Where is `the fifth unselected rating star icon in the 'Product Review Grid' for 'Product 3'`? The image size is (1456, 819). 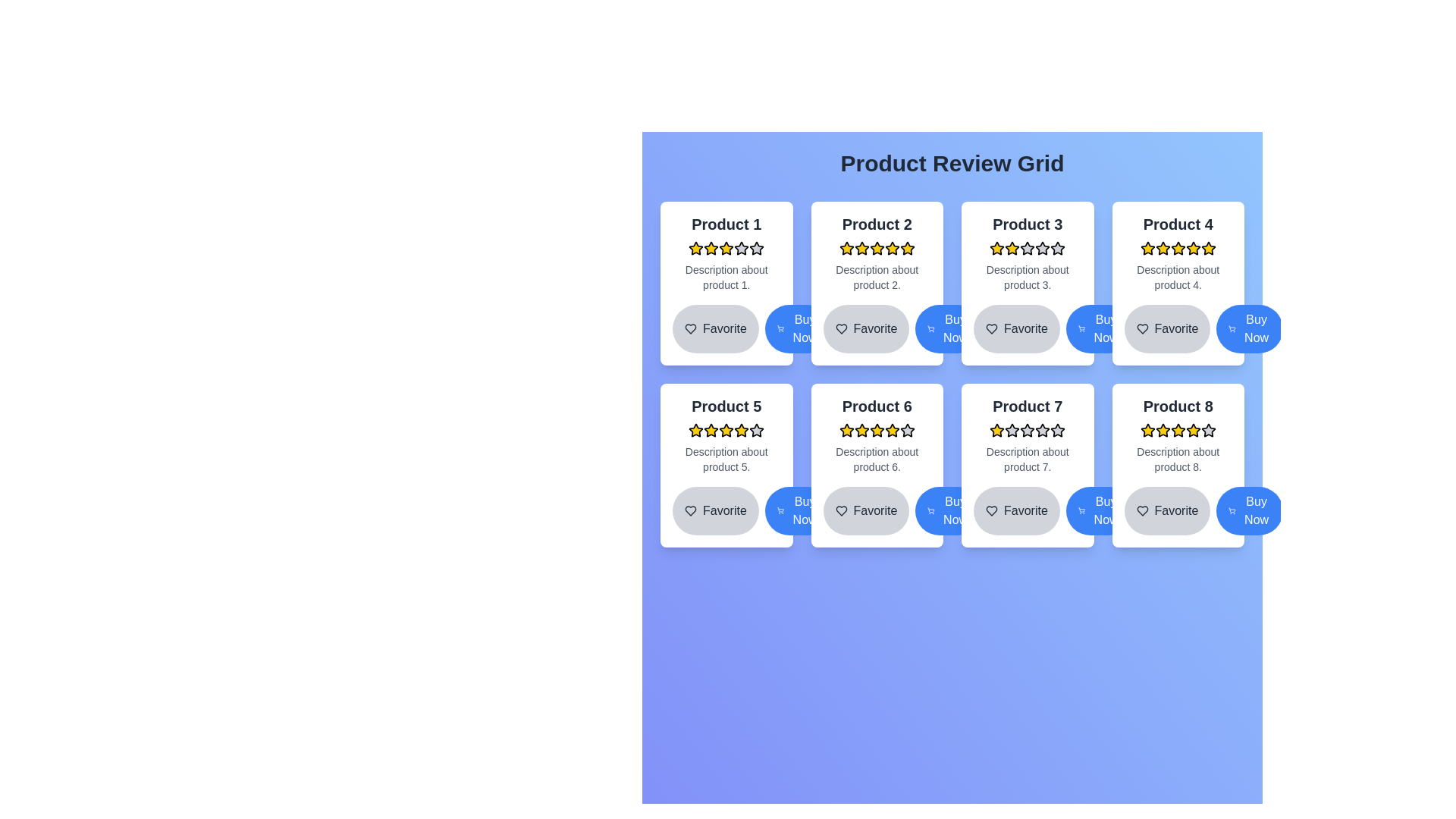
the fifth unselected rating star icon in the 'Product Review Grid' for 'Product 3' is located at coordinates (1042, 247).